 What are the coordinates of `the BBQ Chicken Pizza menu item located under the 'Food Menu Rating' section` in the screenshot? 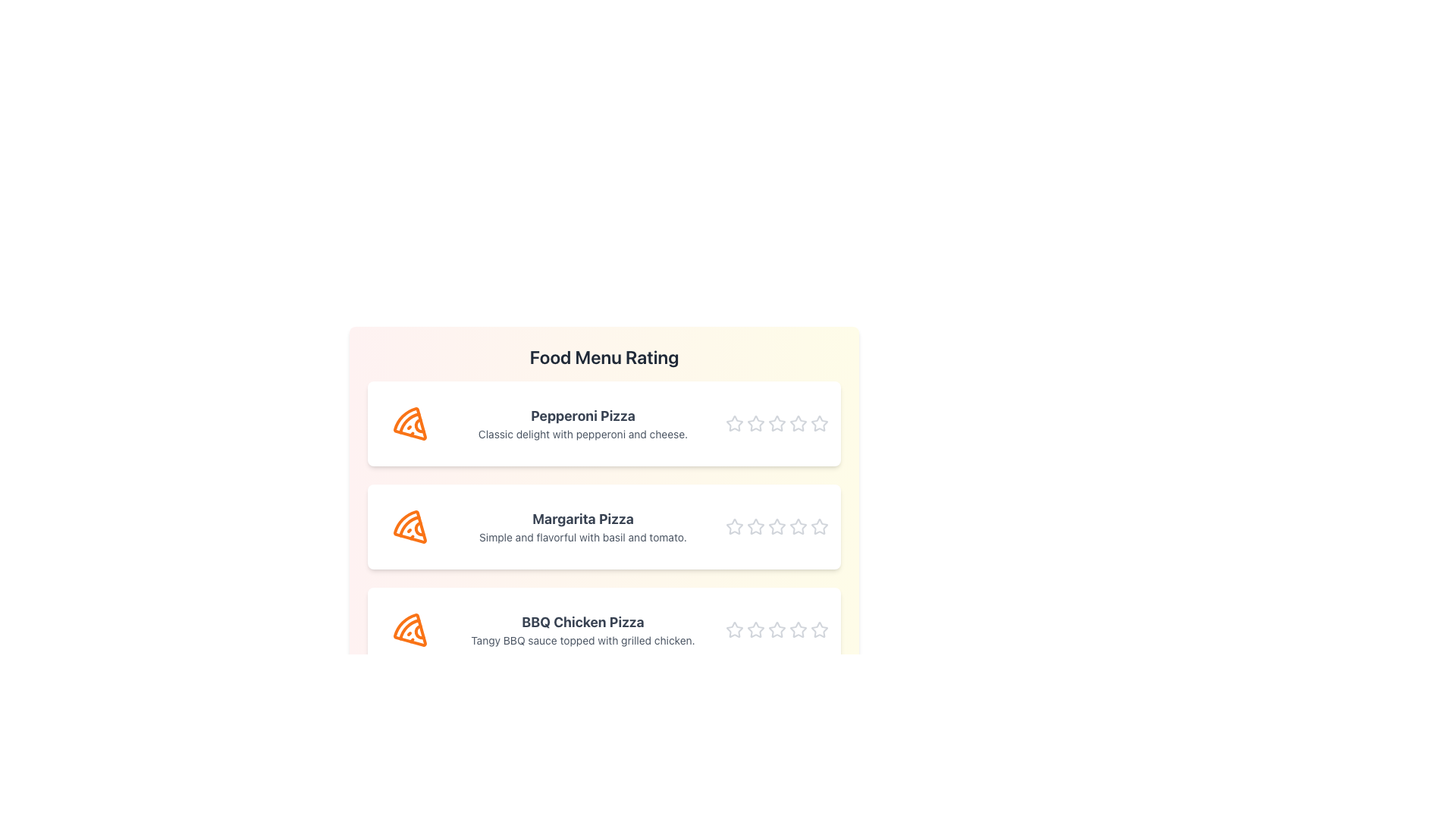 It's located at (603, 629).